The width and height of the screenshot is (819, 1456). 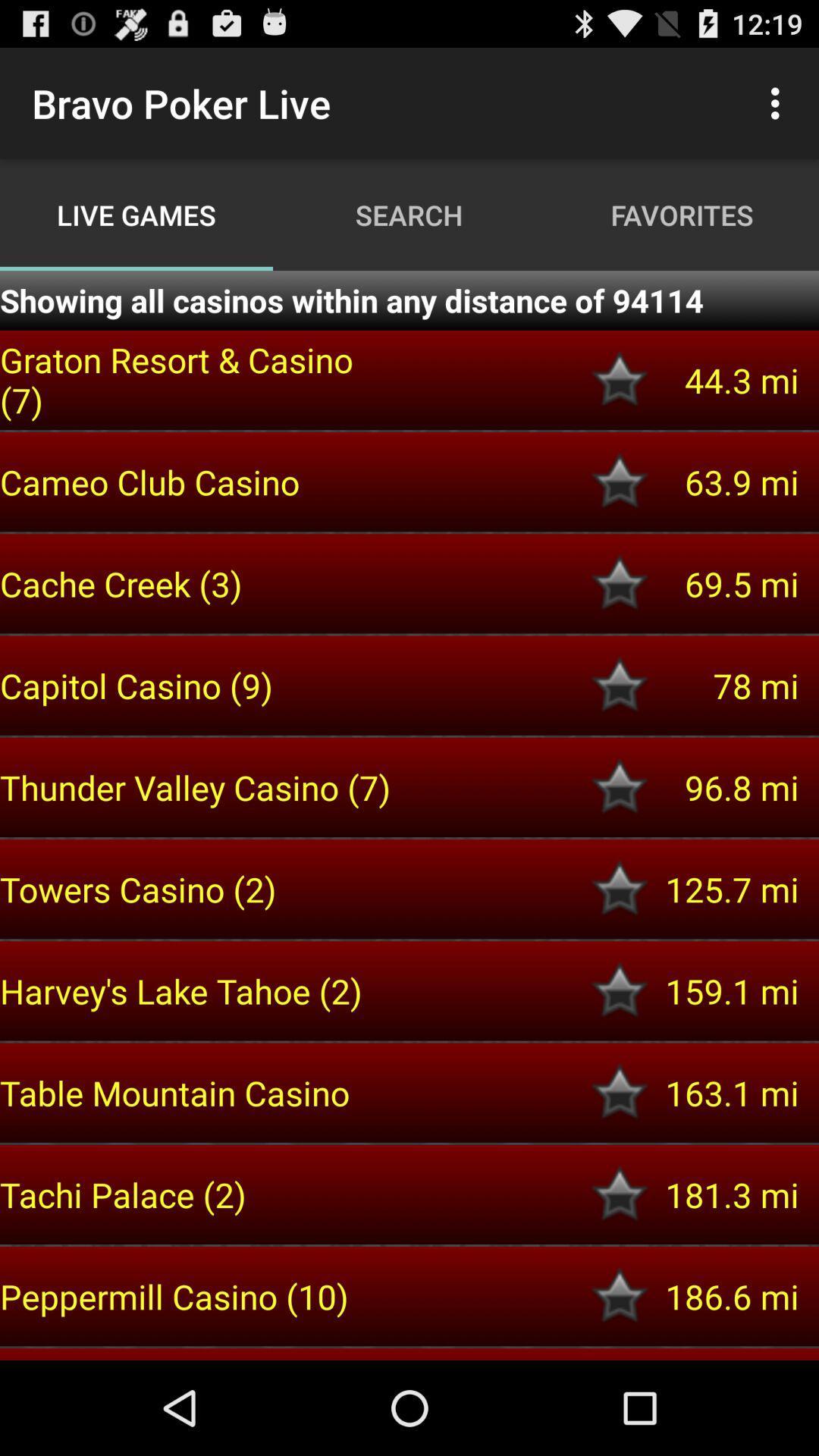 I want to click on as favorite, so click(x=620, y=889).